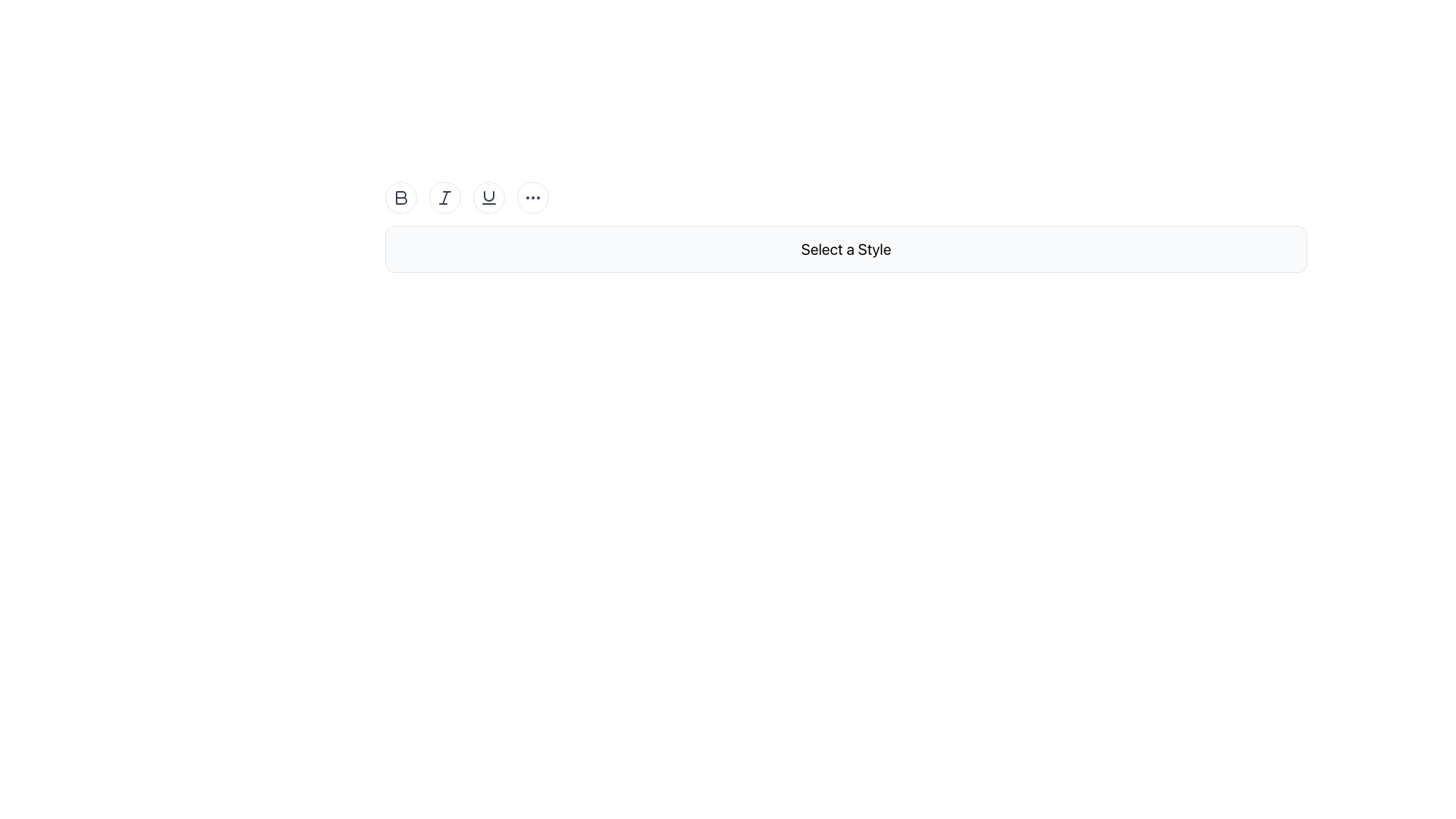 This screenshot has height=819, width=1456. What do you see at coordinates (488, 197) in the screenshot?
I see `the underline formatting button, which is located third in the button group between the italic style button and the ellipsis menu button, to activate its hover effect` at bounding box center [488, 197].